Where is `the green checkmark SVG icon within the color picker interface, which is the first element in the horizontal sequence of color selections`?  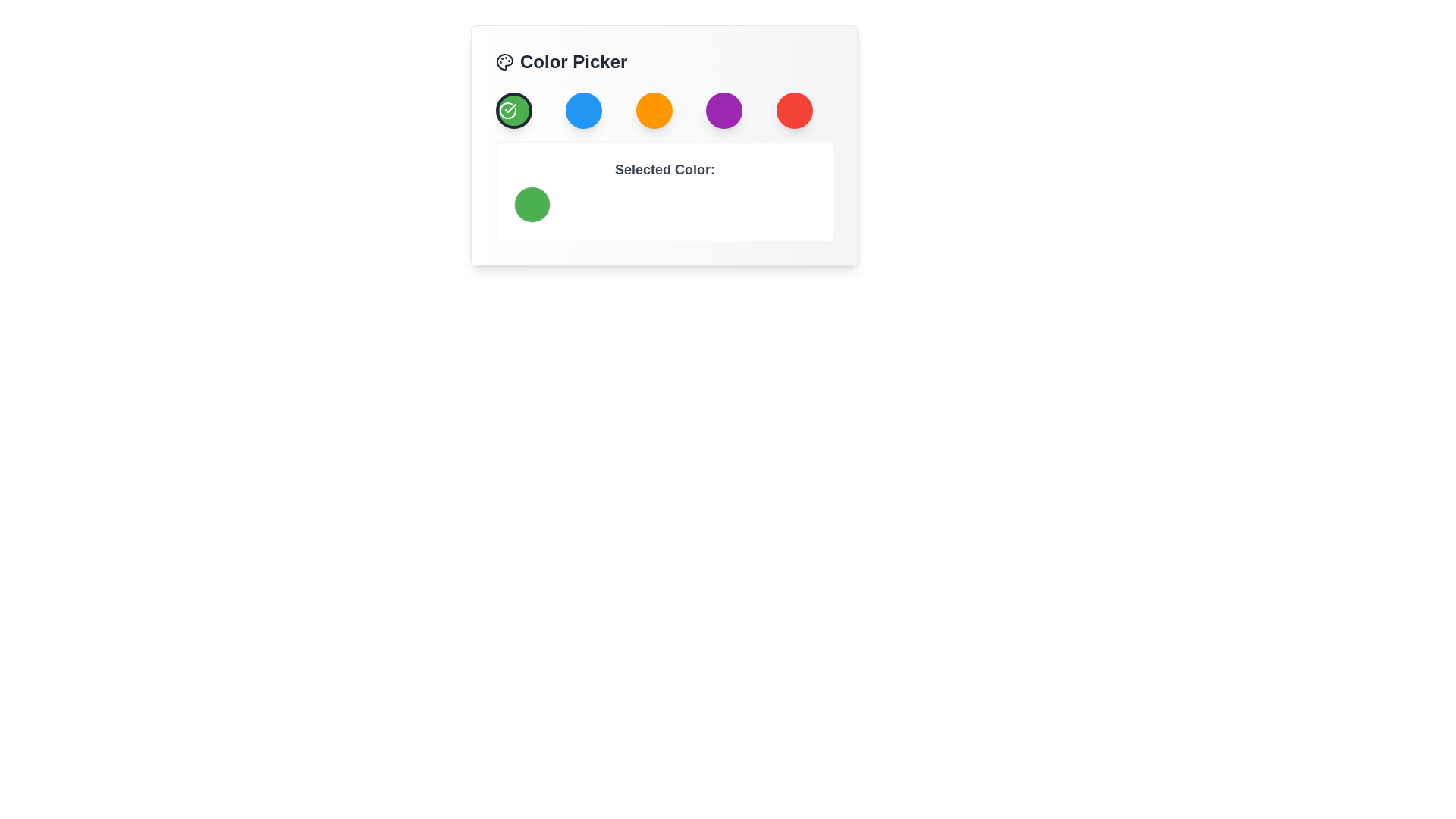
the green checkmark SVG icon within the color picker interface, which is the first element in the horizontal sequence of color selections is located at coordinates (508, 110).